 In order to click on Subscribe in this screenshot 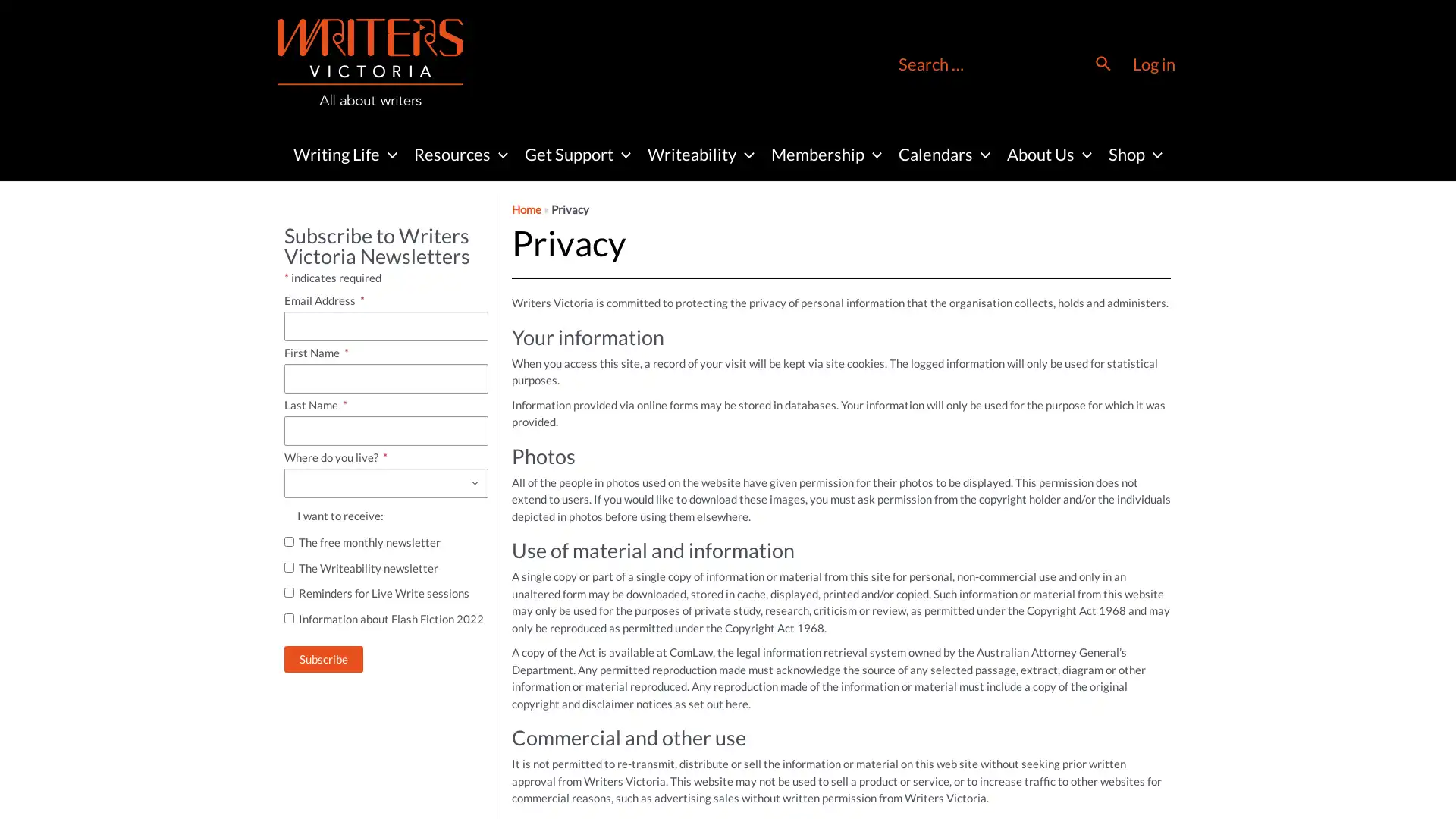, I will do `click(323, 658)`.